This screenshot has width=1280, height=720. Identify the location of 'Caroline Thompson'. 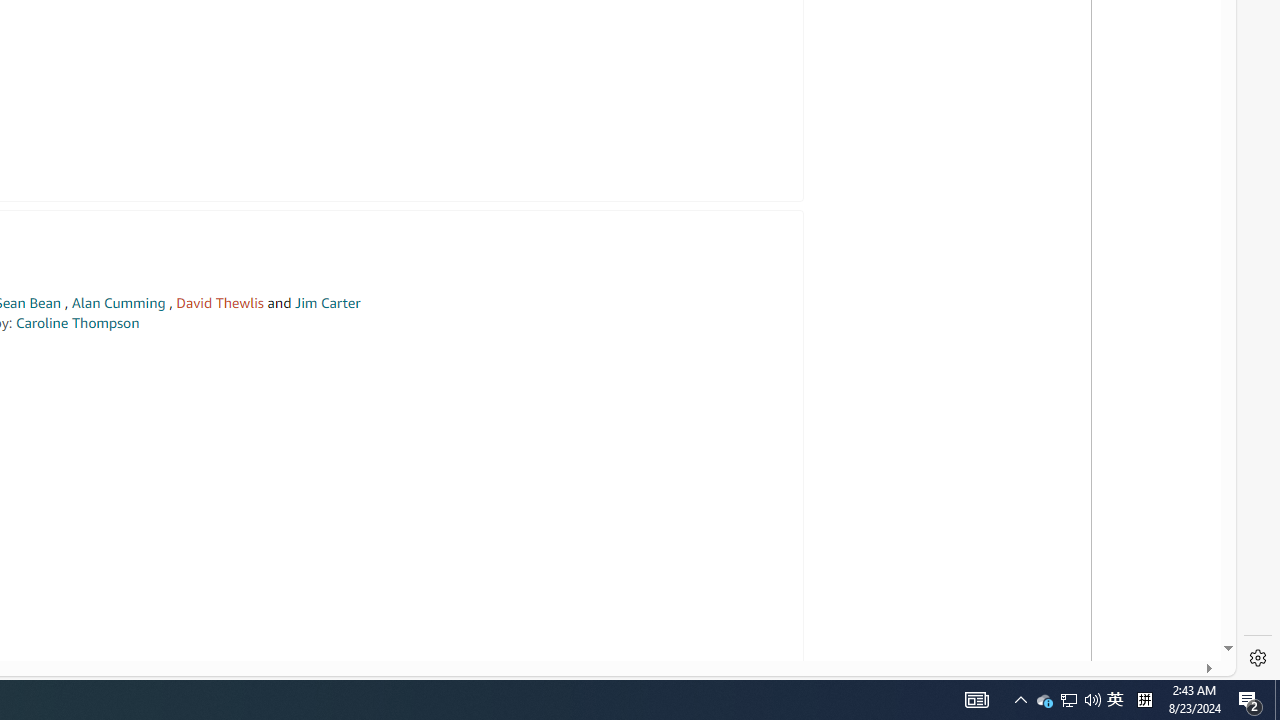
(77, 322).